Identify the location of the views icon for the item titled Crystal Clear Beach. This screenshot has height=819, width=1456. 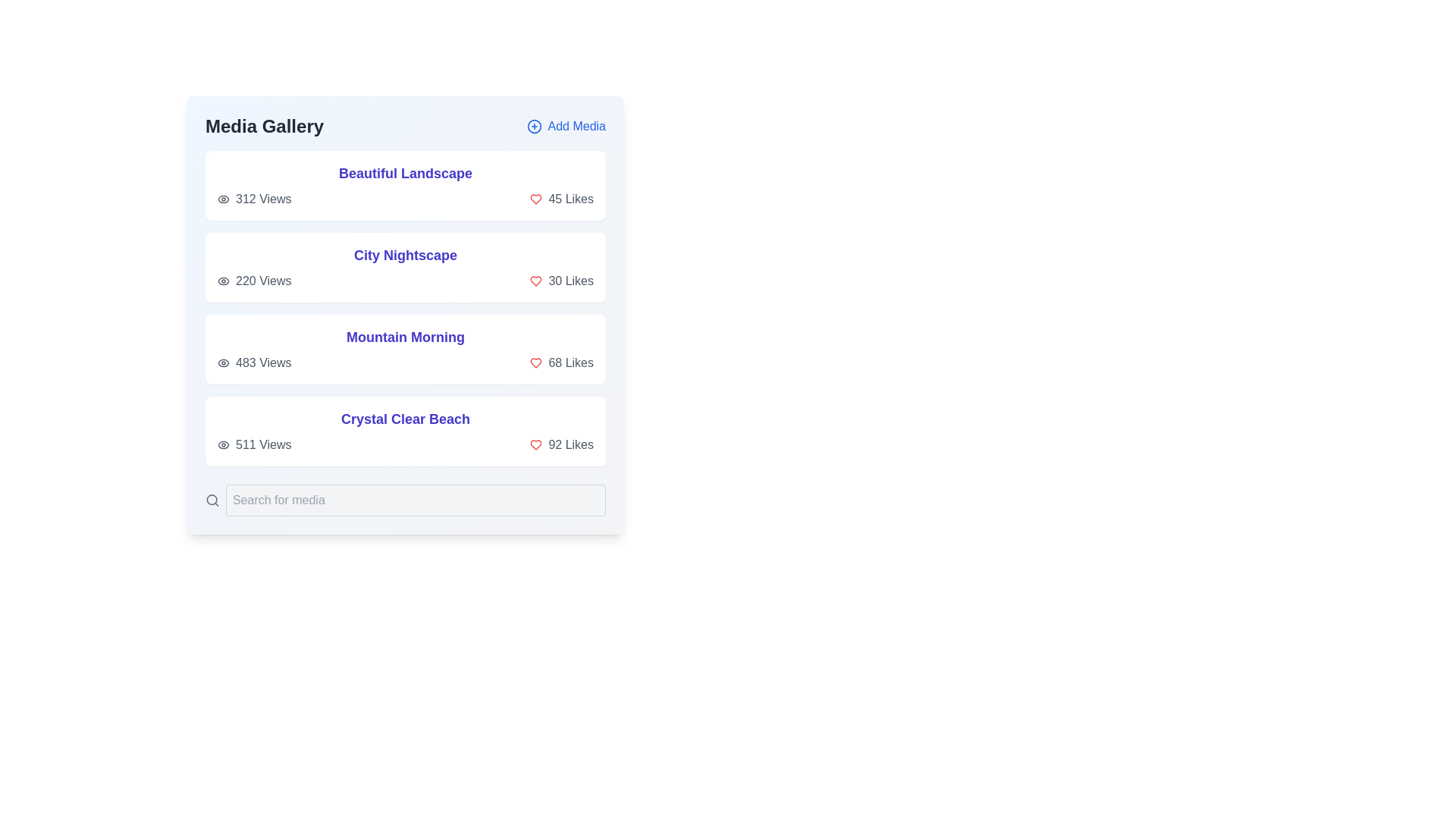
(222, 444).